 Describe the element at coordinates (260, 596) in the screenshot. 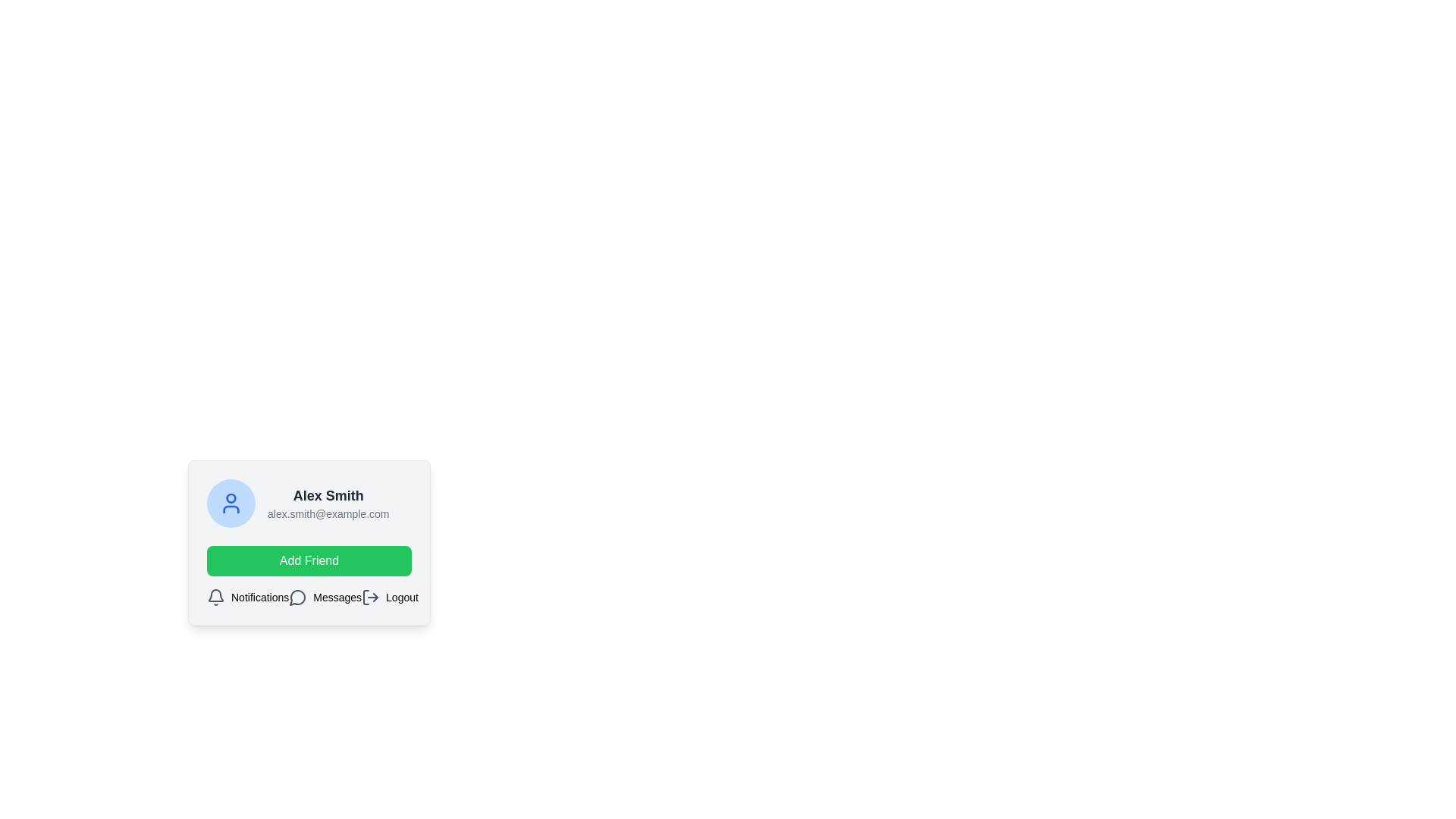

I see `the 'Notifications' text label, which describes the notification functionality and is positioned next to the bell icon in the horizontal row of items` at that location.